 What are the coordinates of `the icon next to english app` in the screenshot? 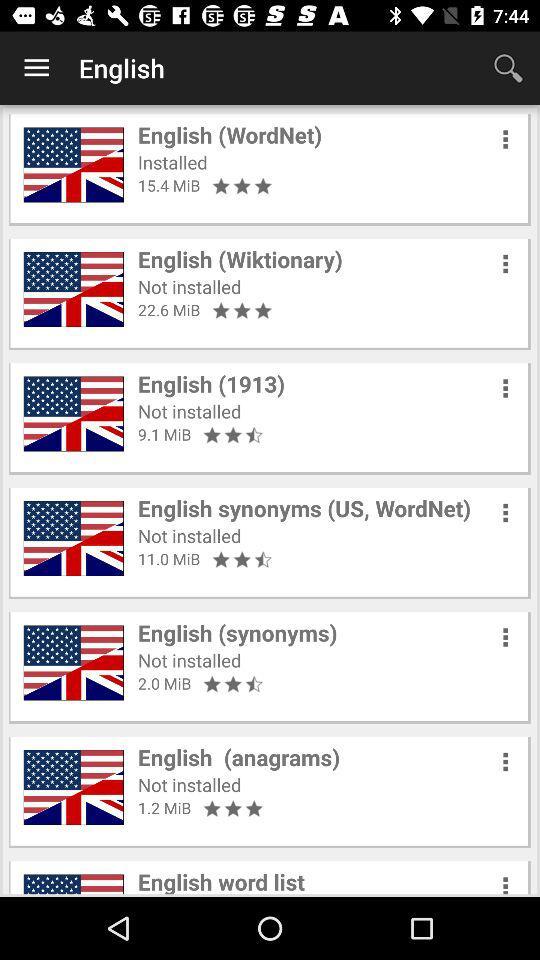 It's located at (508, 68).